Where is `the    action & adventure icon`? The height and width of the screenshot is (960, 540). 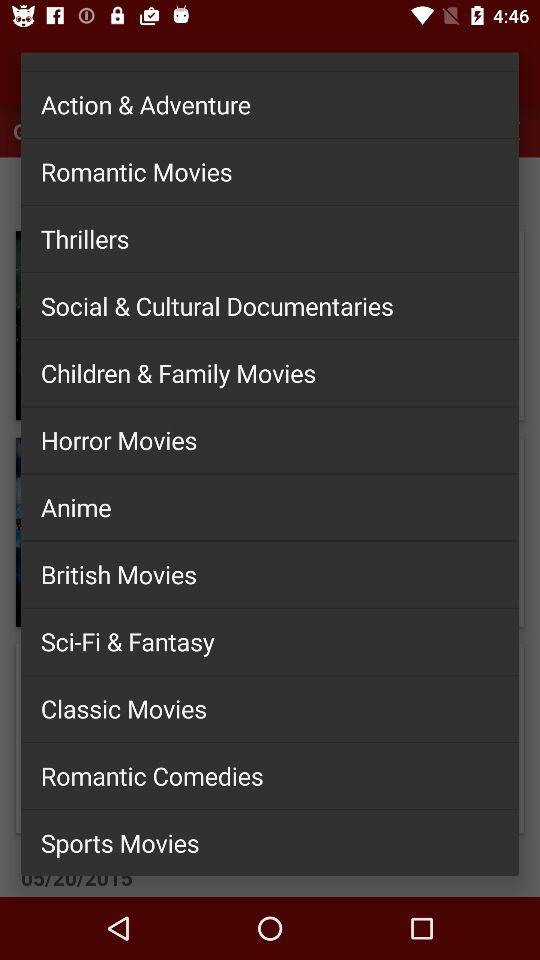 the    action & adventure icon is located at coordinates (270, 104).